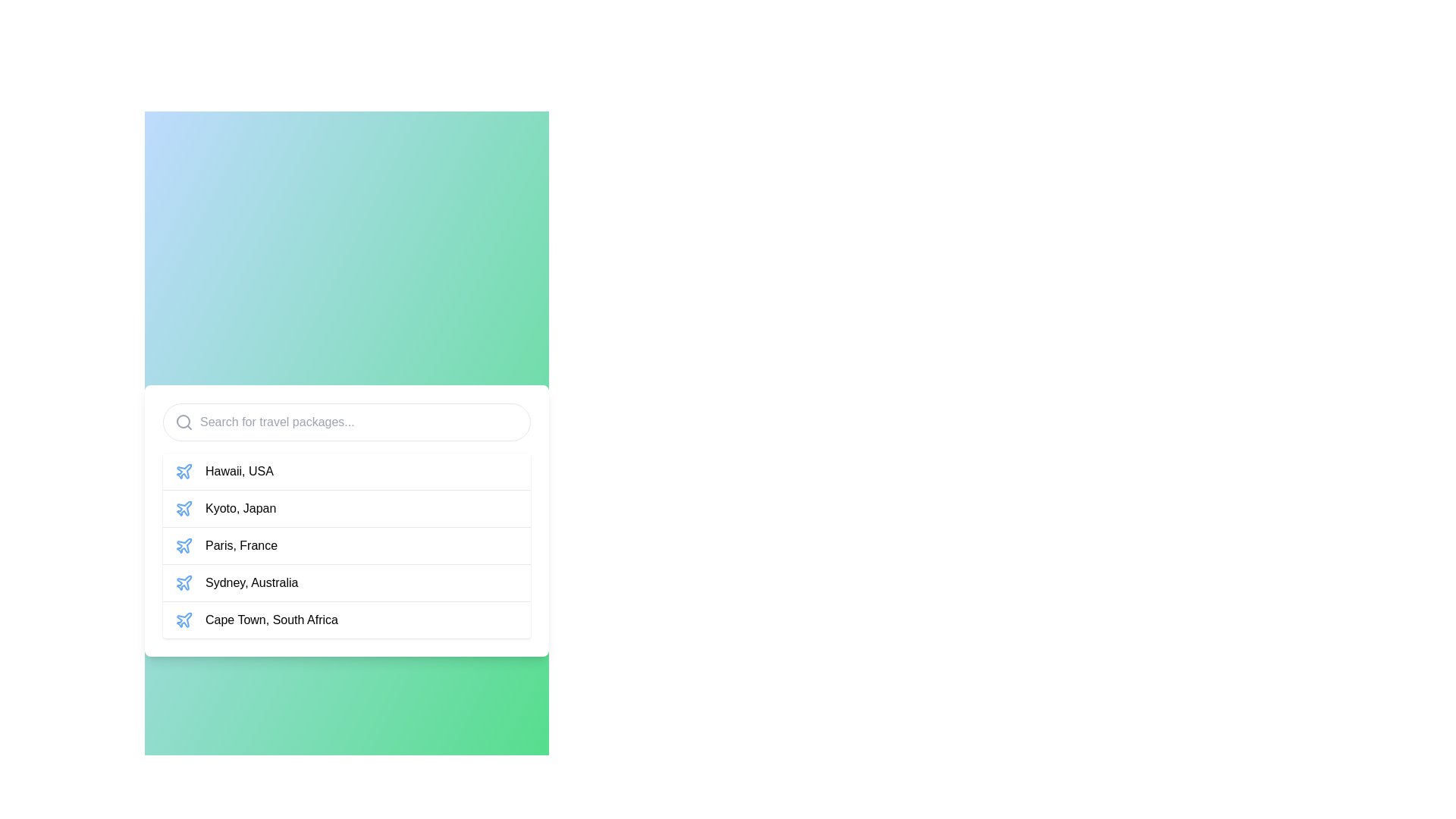  Describe the element at coordinates (346, 508) in the screenshot. I see `the selectable destination option for 'Kyoto, Japan'` at that location.